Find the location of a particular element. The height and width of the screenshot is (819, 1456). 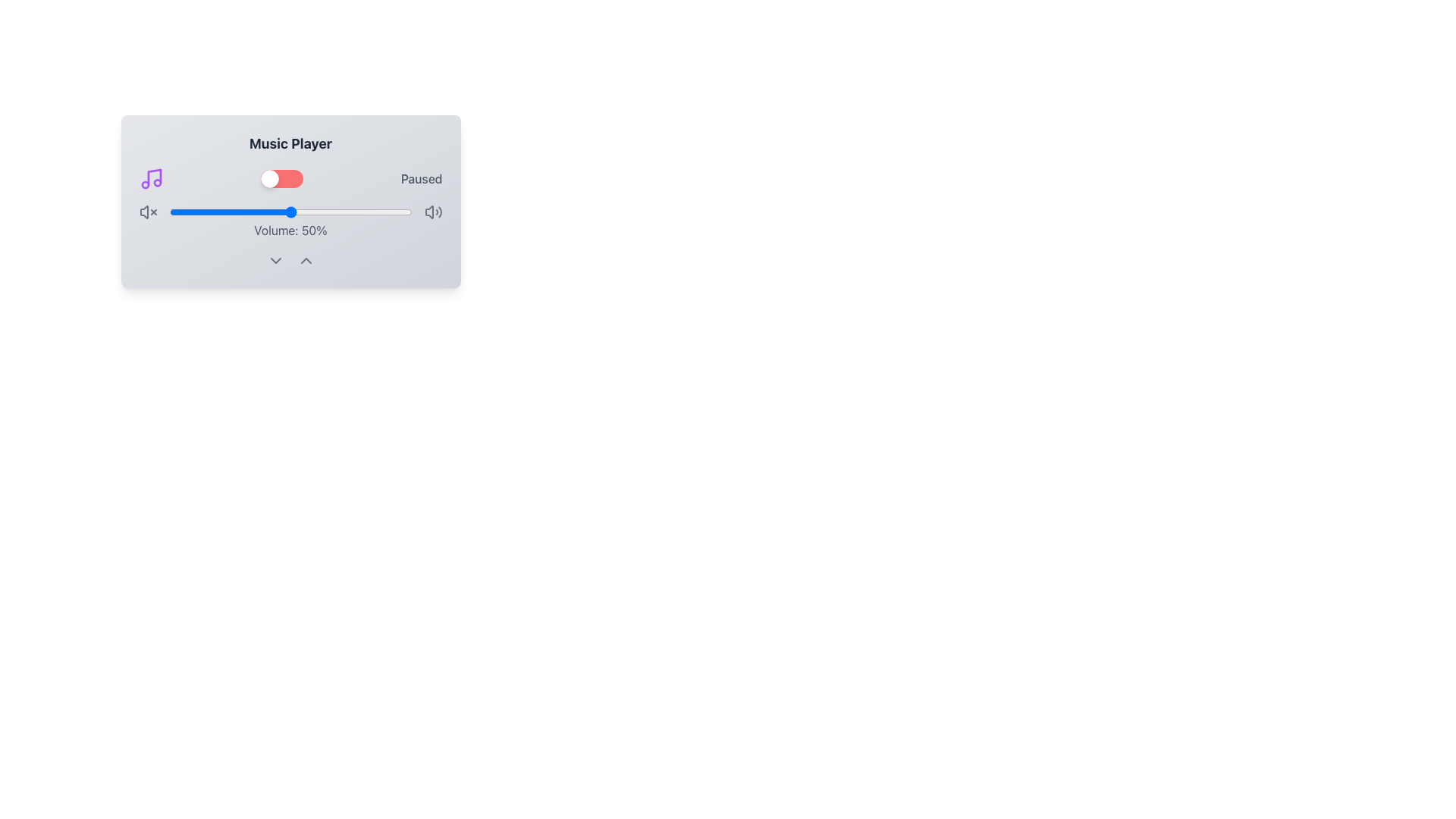

volume is located at coordinates (209, 212).